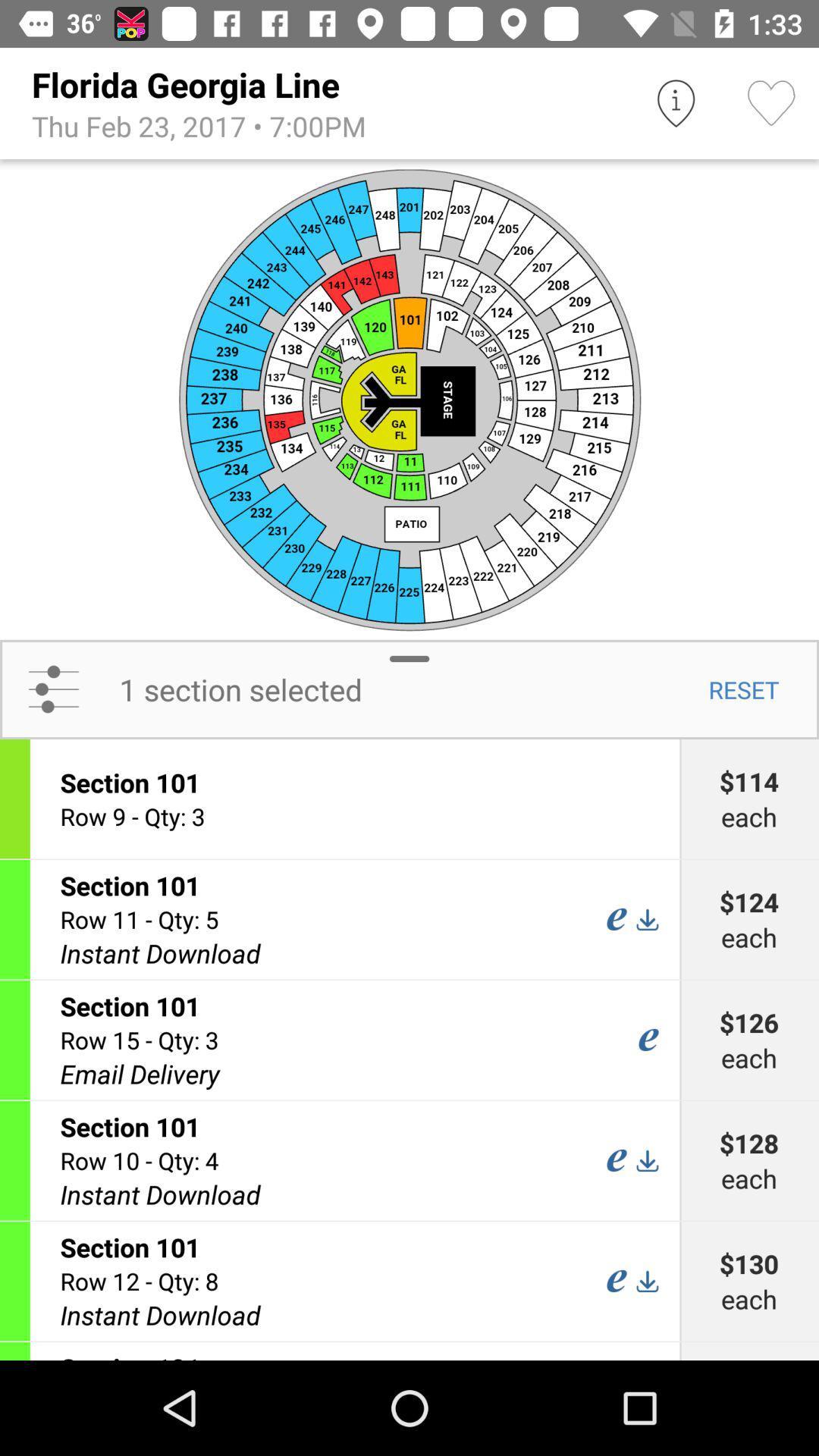 Image resolution: width=819 pixels, height=1456 pixels. I want to click on the sliders icon, so click(52, 689).